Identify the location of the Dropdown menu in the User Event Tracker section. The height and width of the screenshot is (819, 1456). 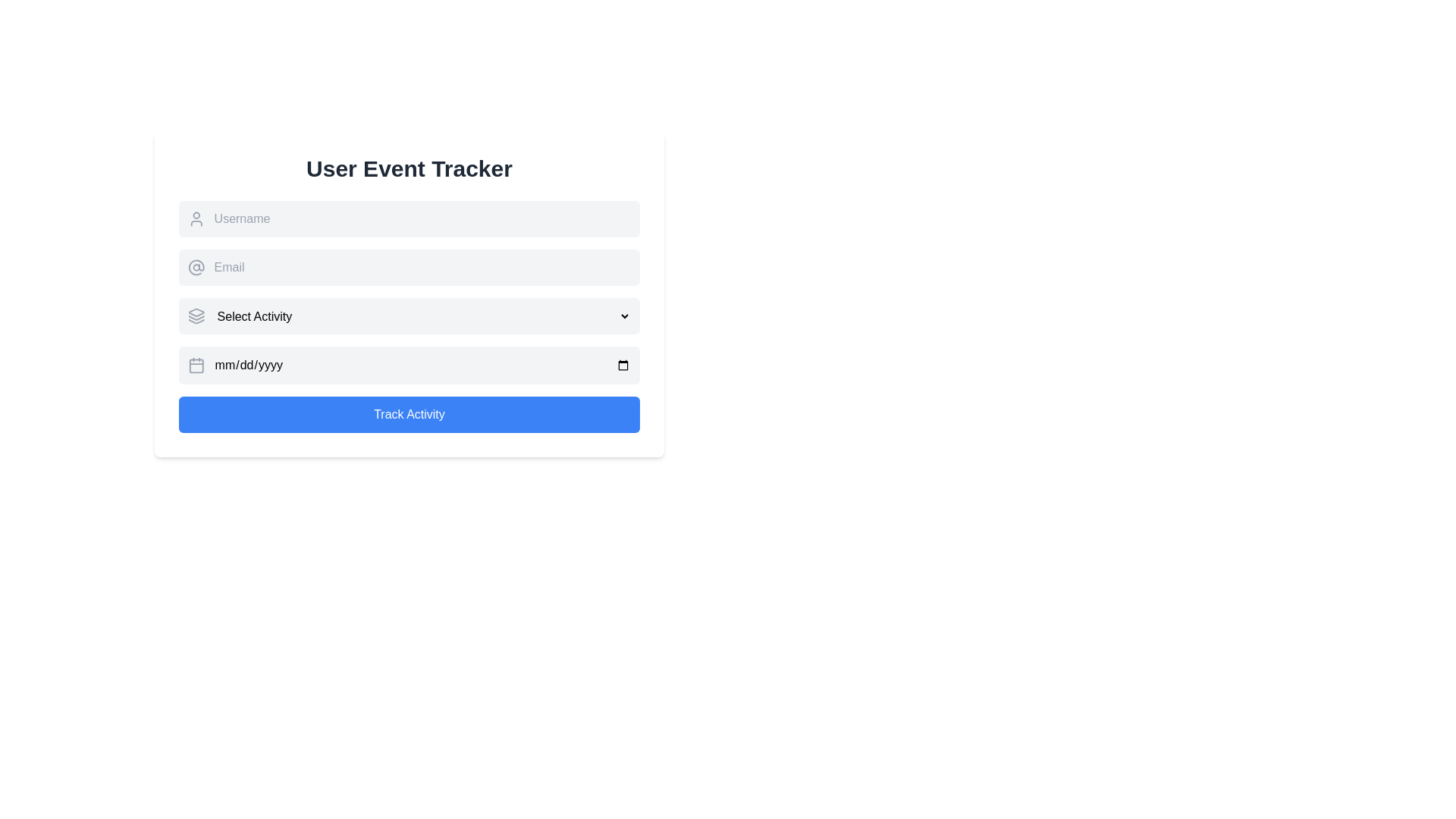
(409, 315).